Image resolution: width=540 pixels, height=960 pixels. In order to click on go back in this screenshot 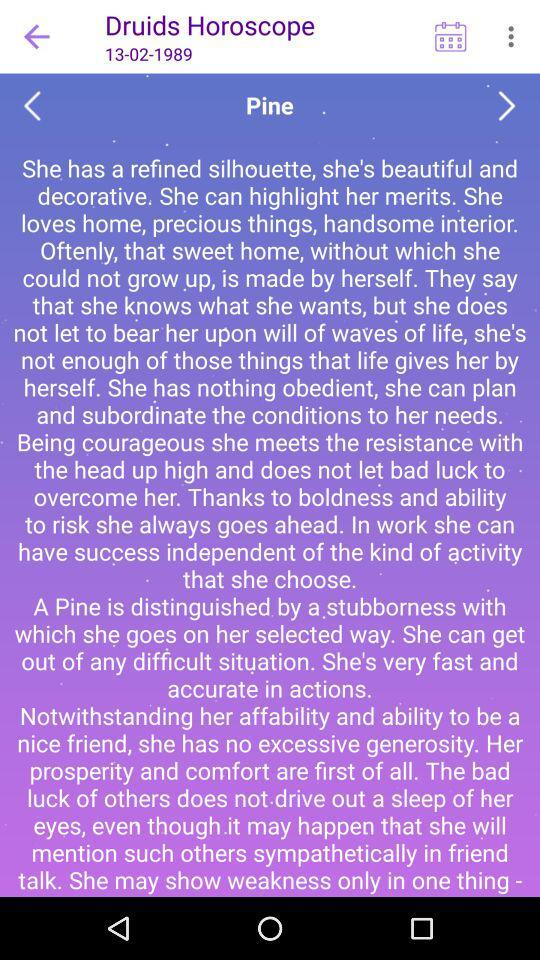, I will do `click(31, 106)`.